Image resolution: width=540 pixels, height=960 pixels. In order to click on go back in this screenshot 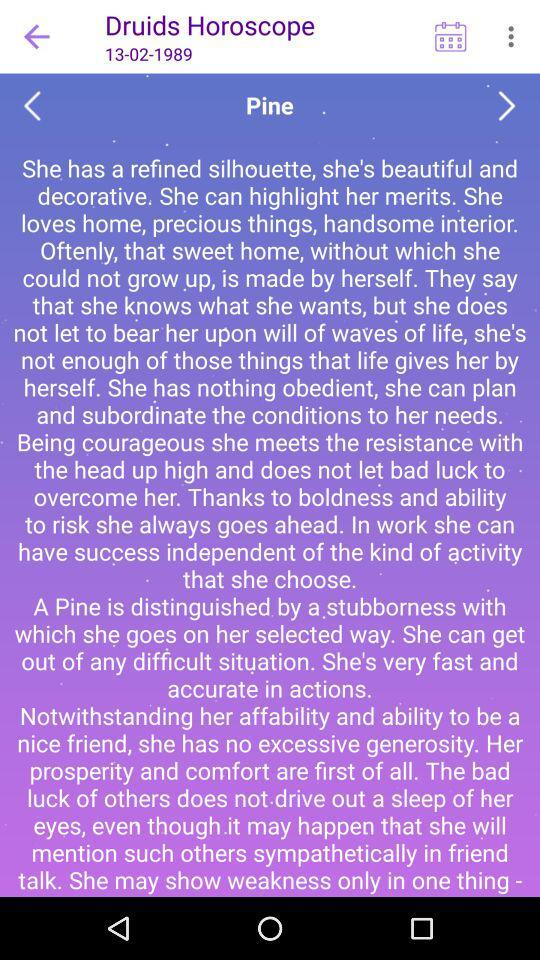, I will do `click(31, 106)`.